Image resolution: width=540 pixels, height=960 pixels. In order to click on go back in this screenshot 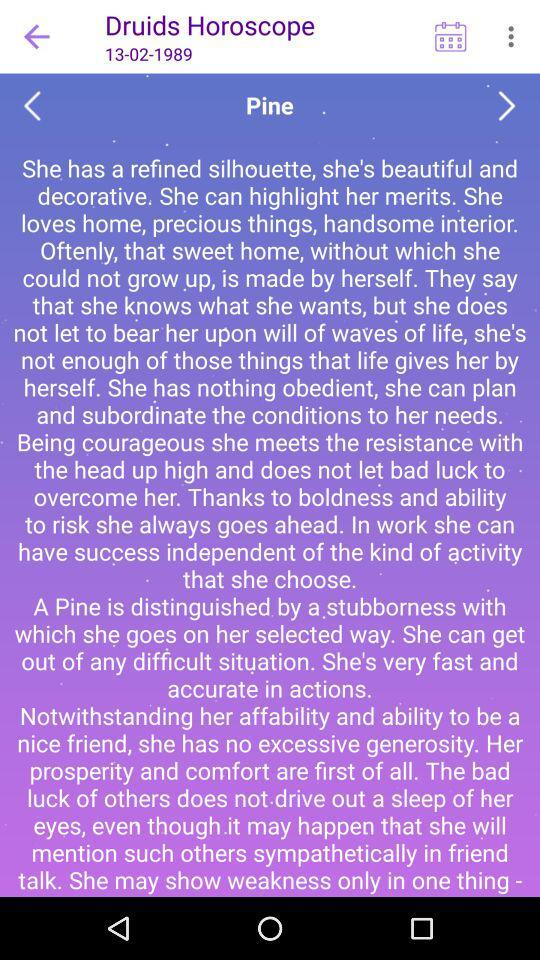, I will do `click(31, 106)`.